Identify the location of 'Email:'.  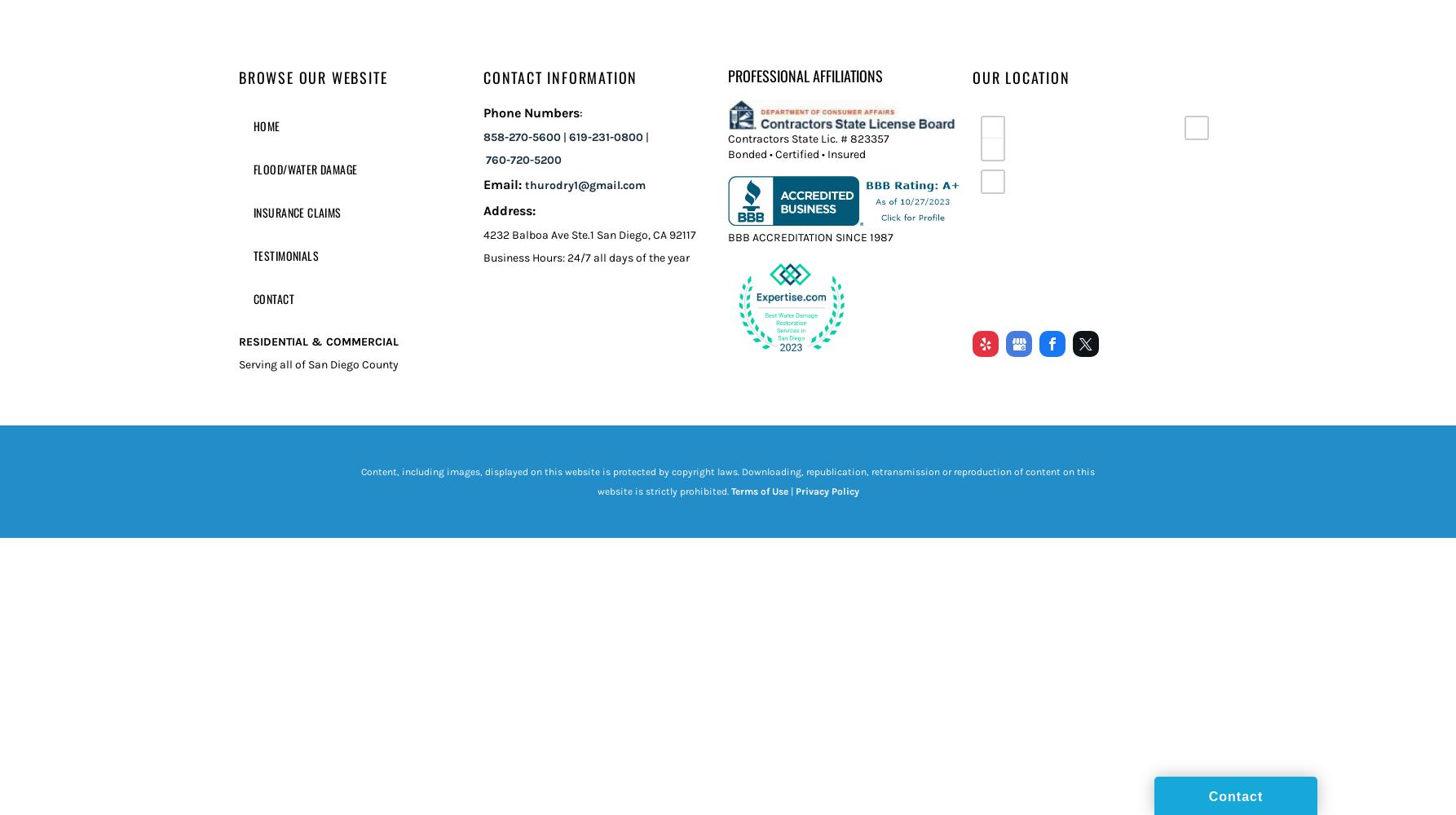
(502, 183).